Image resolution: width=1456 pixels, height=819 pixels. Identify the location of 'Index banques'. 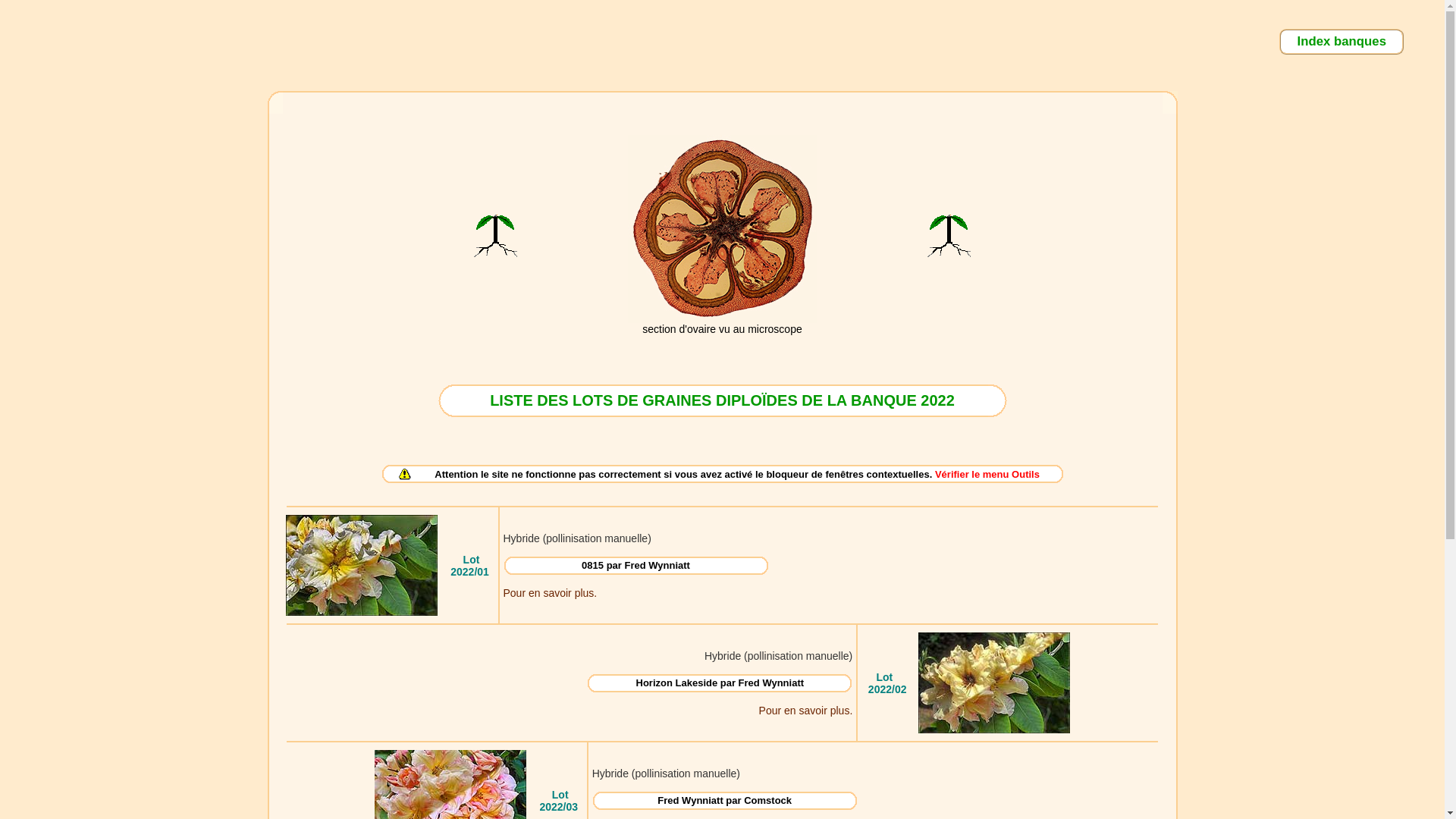
(1341, 40).